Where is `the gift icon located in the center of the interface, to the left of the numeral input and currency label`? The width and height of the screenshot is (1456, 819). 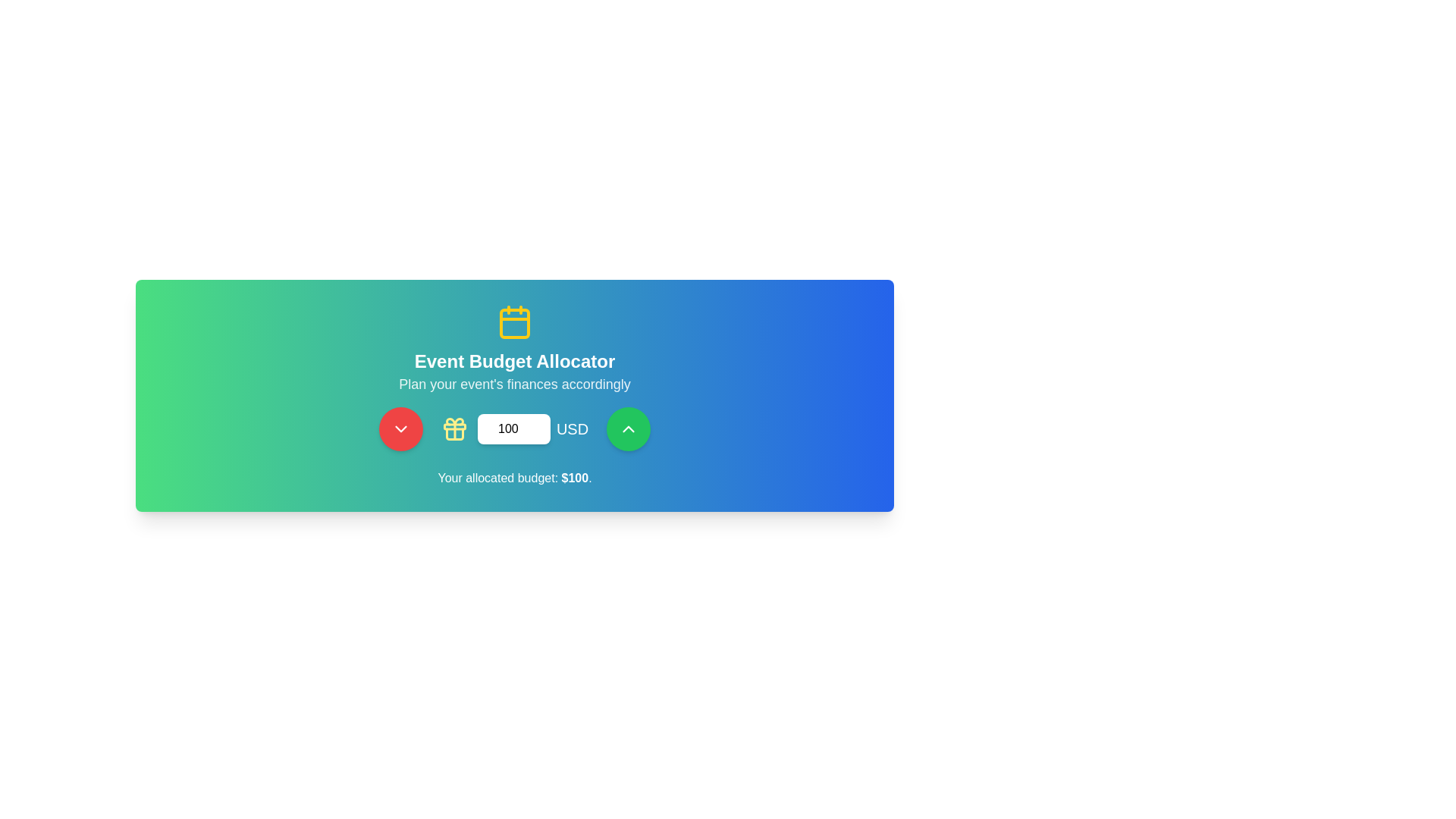
the gift icon located in the center of the interface, to the left of the numeral input and currency label is located at coordinates (453, 429).